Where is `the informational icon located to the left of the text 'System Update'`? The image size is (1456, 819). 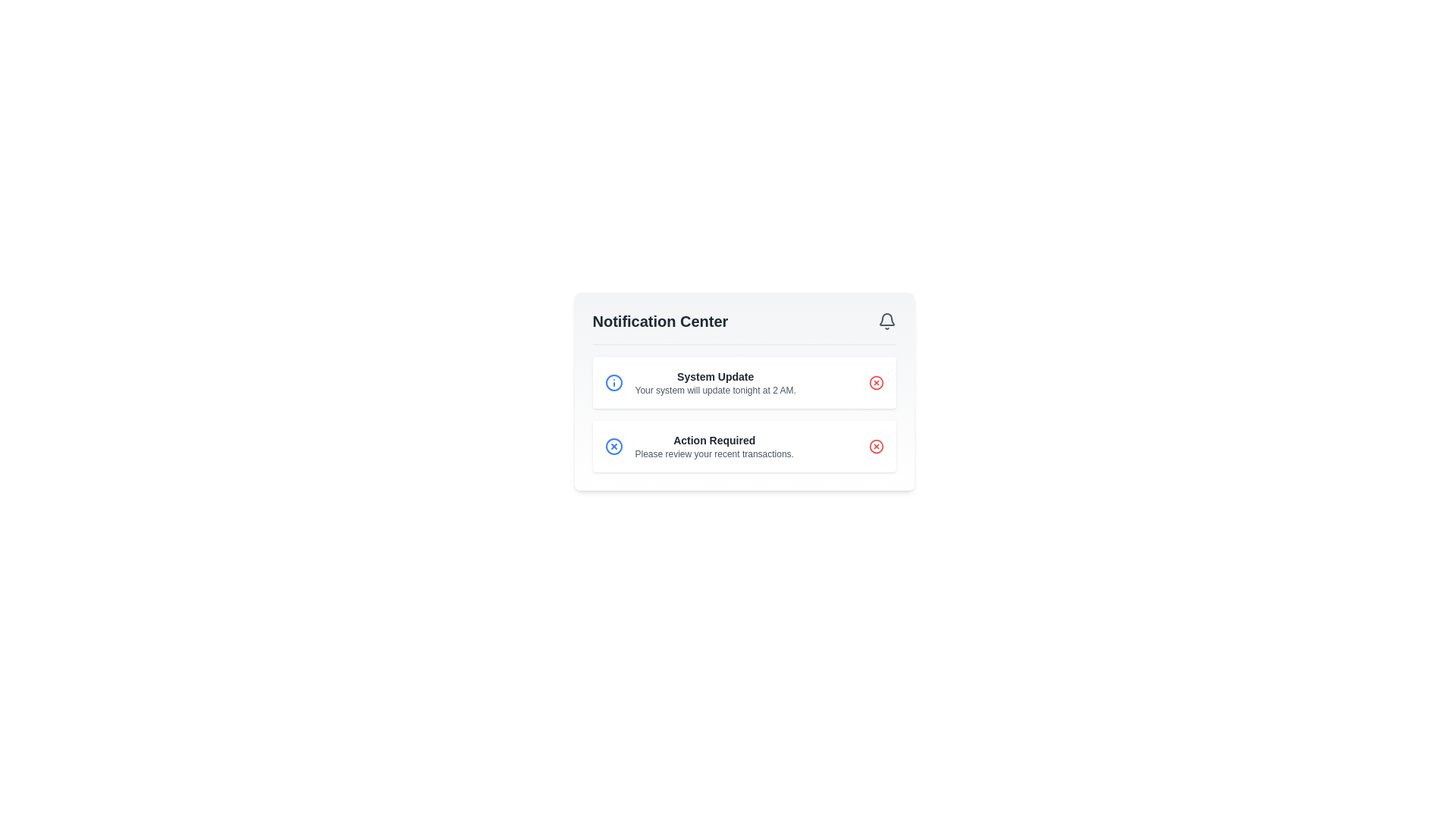 the informational icon located to the left of the text 'System Update' is located at coordinates (613, 382).